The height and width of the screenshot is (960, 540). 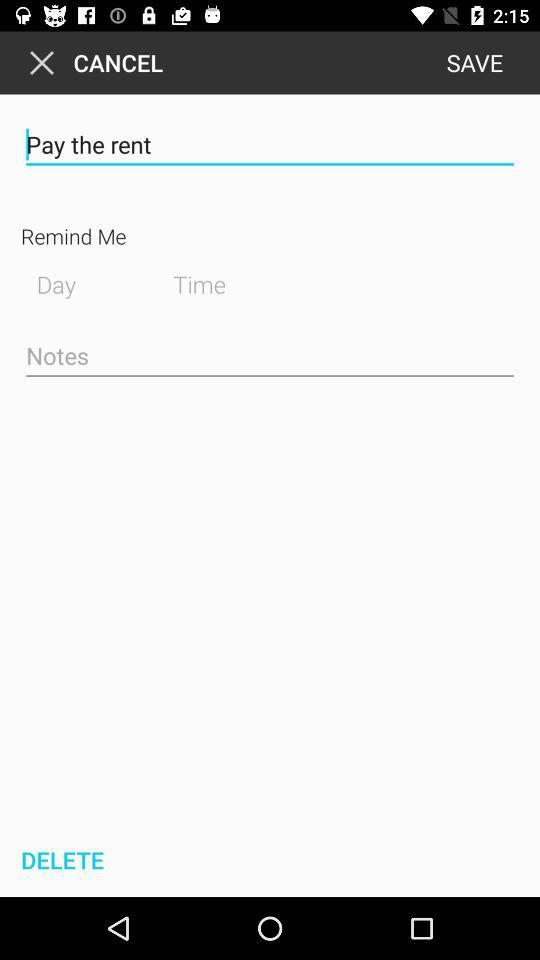 I want to click on the item above pay the rent item, so click(x=473, y=62).